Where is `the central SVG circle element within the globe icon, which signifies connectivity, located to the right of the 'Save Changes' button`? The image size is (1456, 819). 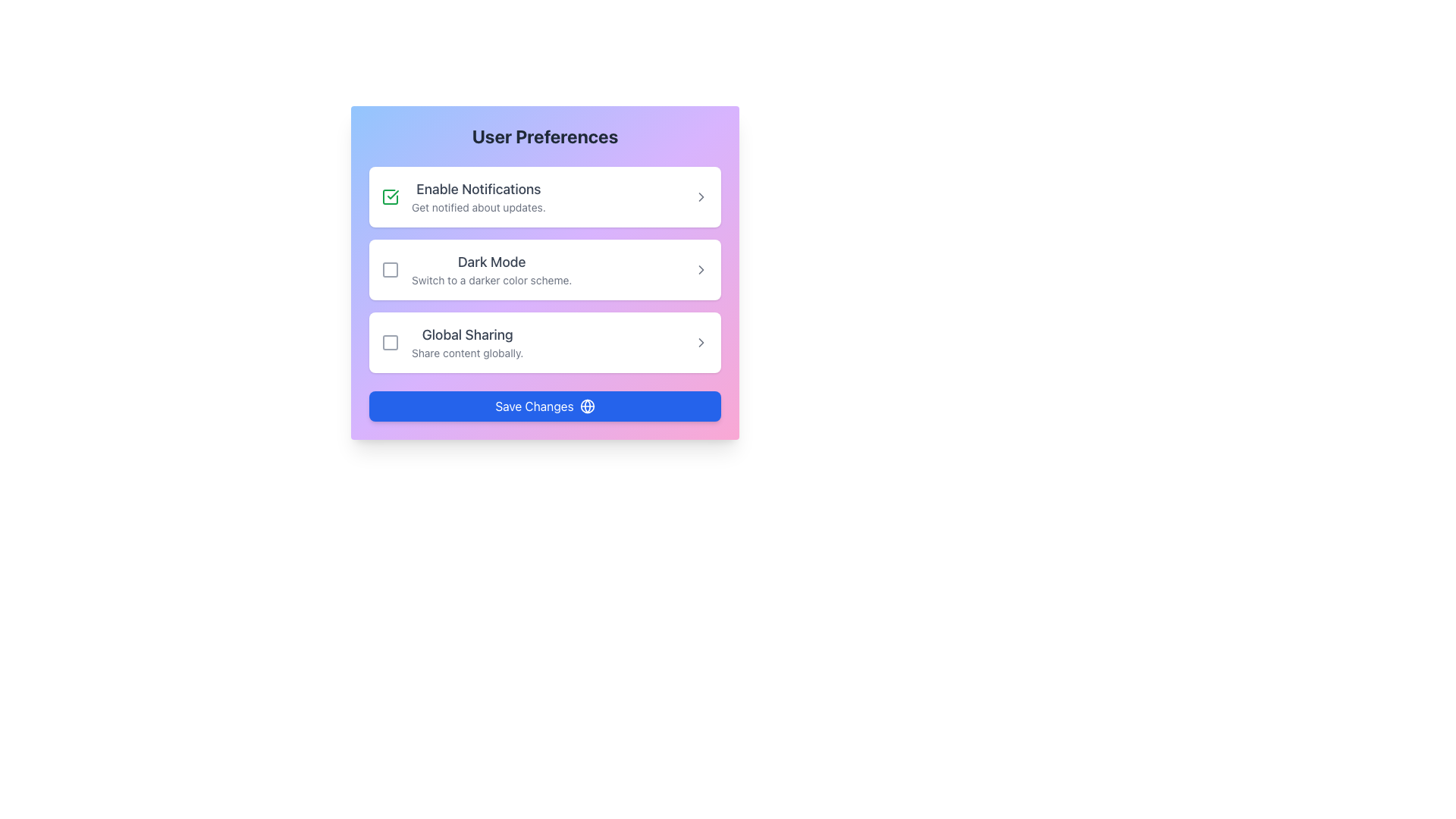 the central SVG circle element within the globe icon, which signifies connectivity, located to the right of the 'Save Changes' button is located at coordinates (586, 406).